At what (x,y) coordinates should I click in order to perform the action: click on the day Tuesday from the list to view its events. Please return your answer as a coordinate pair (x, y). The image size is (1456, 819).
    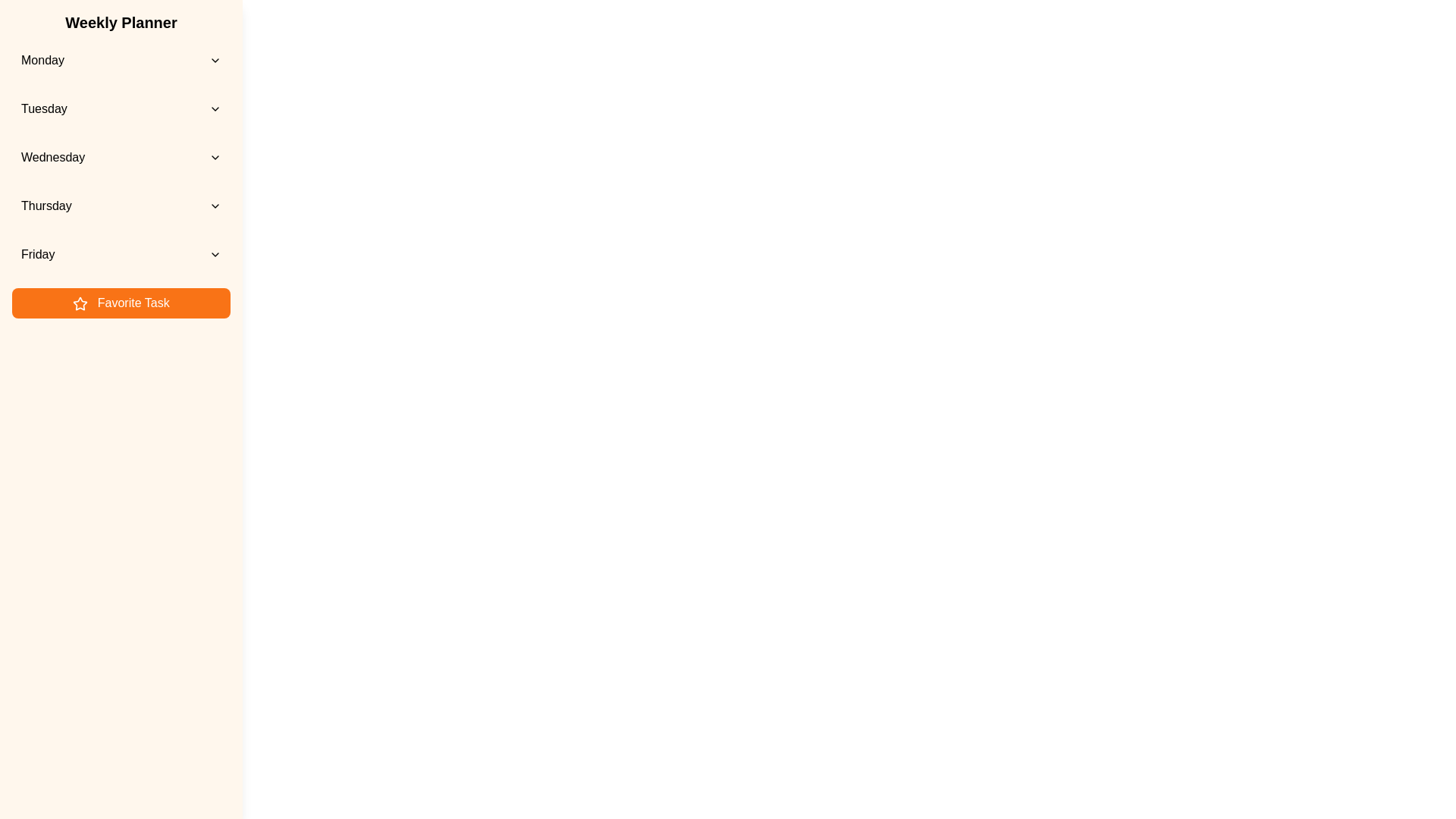
    Looking at the image, I should click on (120, 108).